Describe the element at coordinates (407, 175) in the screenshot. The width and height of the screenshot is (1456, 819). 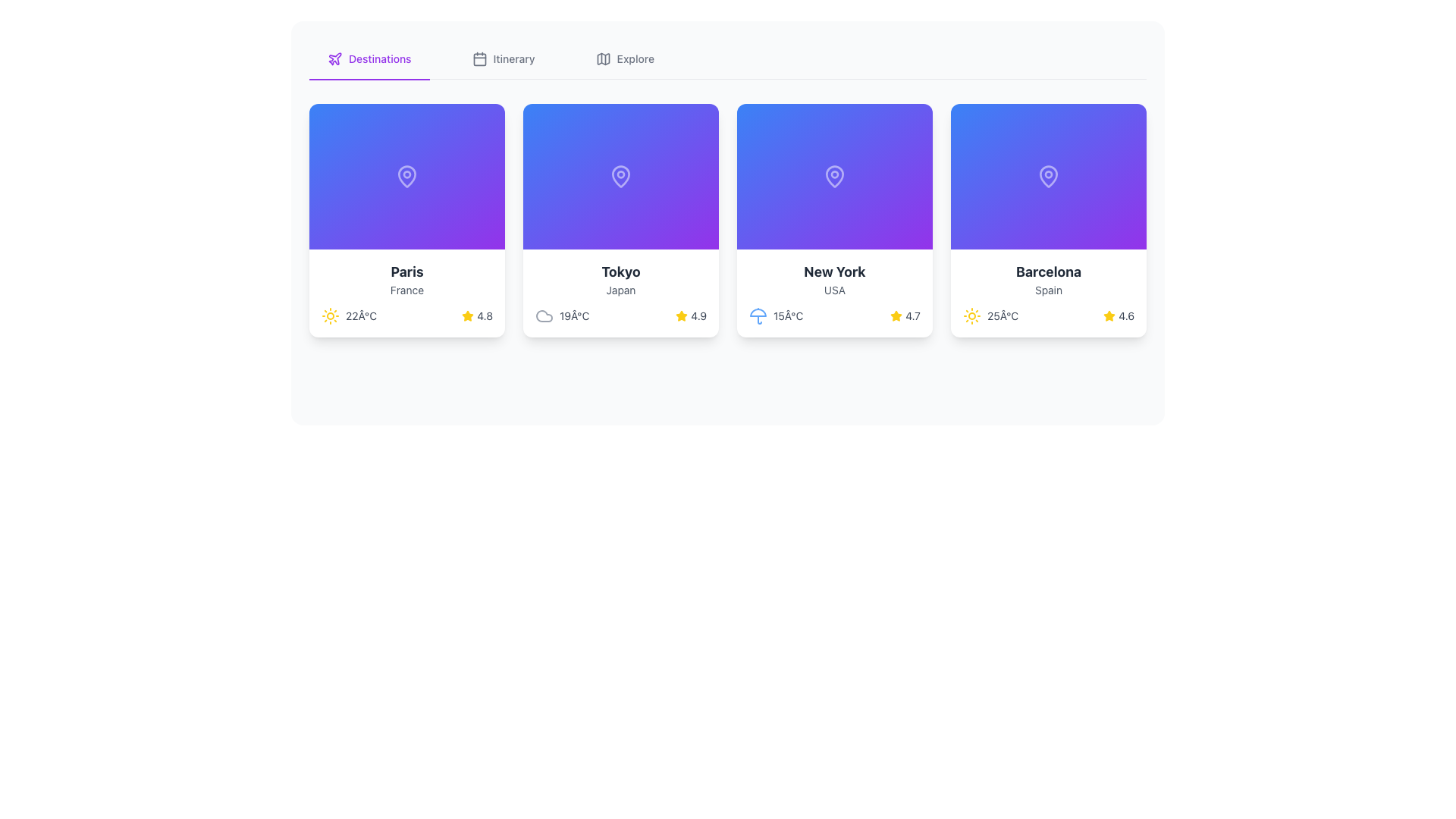
I see `the top section of the card labeled 'Paris' with a gradient background and a pin icon at the center` at that location.